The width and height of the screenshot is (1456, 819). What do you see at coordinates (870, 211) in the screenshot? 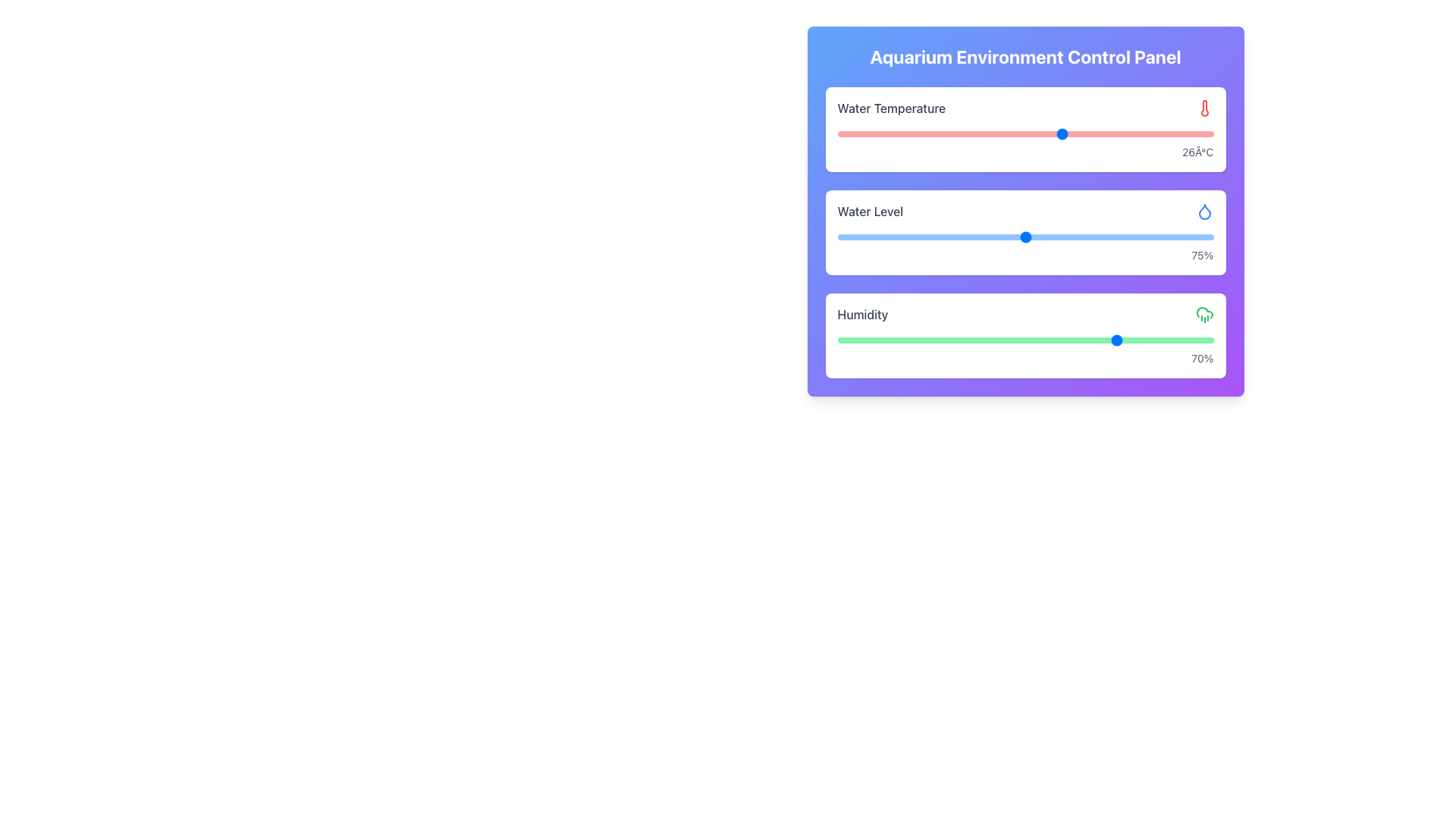
I see `the 'Water Level' static text label, which is styled in gray and located between 'Water Temperature' and 'Humidity'` at bounding box center [870, 211].